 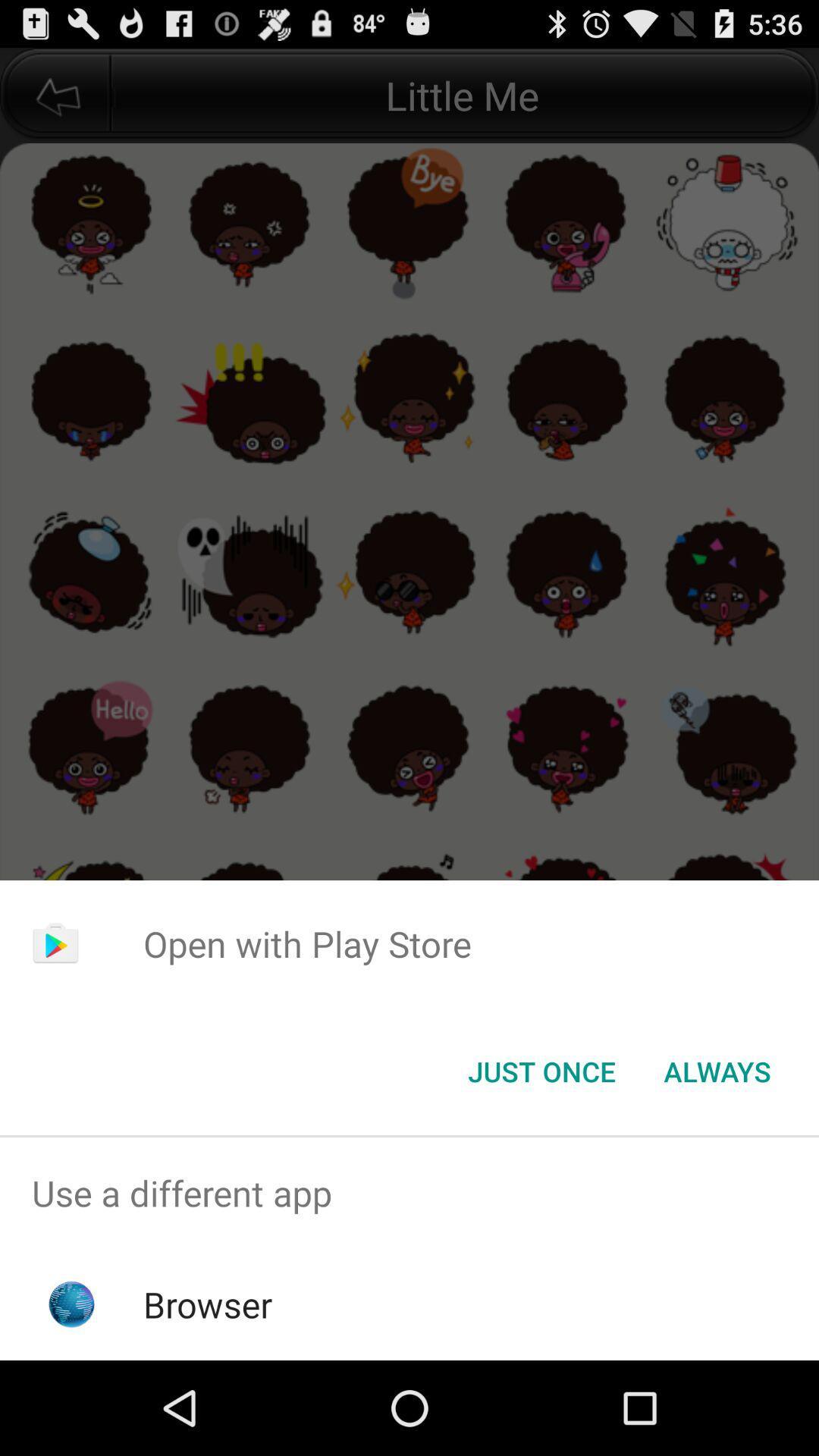 What do you see at coordinates (717, 1070) in the screenshot?
I see `item next to the just once item` at bounding box center [717, 1070].